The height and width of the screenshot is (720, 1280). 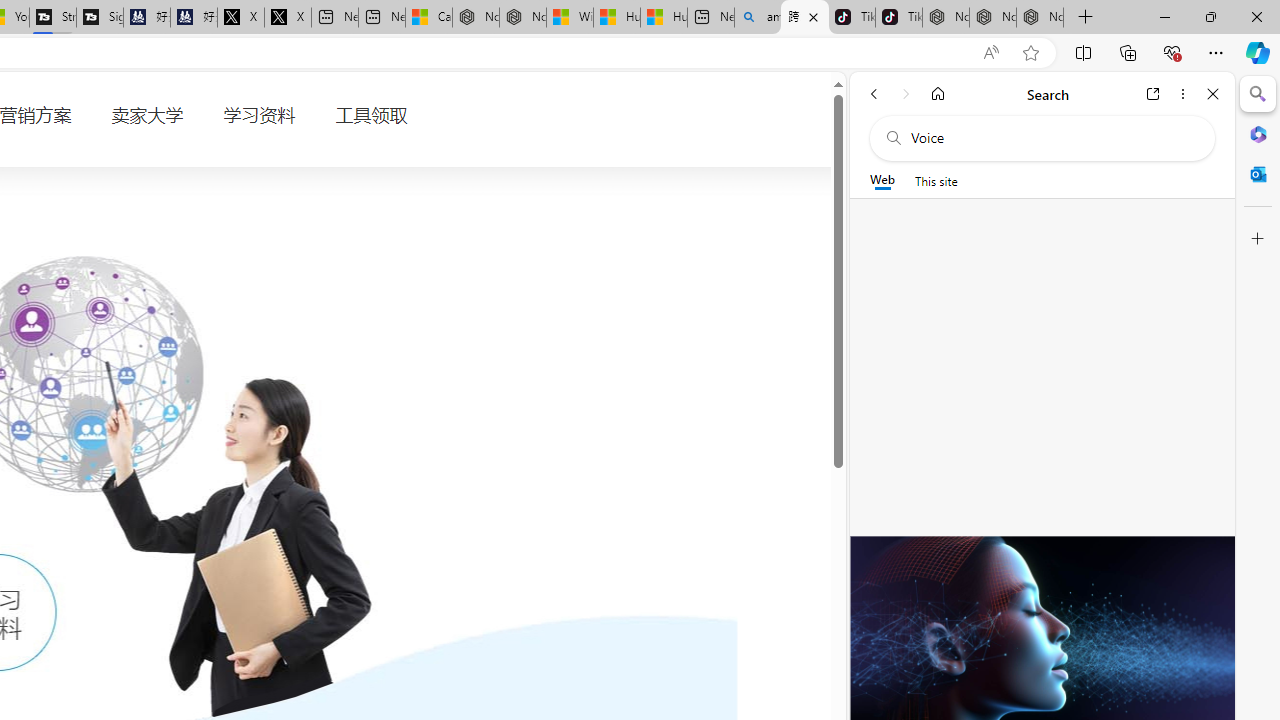 What do you see at coordinates (935, 180) in the screenshot?
I see `'This site scope'` at bounding box center [935, 180].